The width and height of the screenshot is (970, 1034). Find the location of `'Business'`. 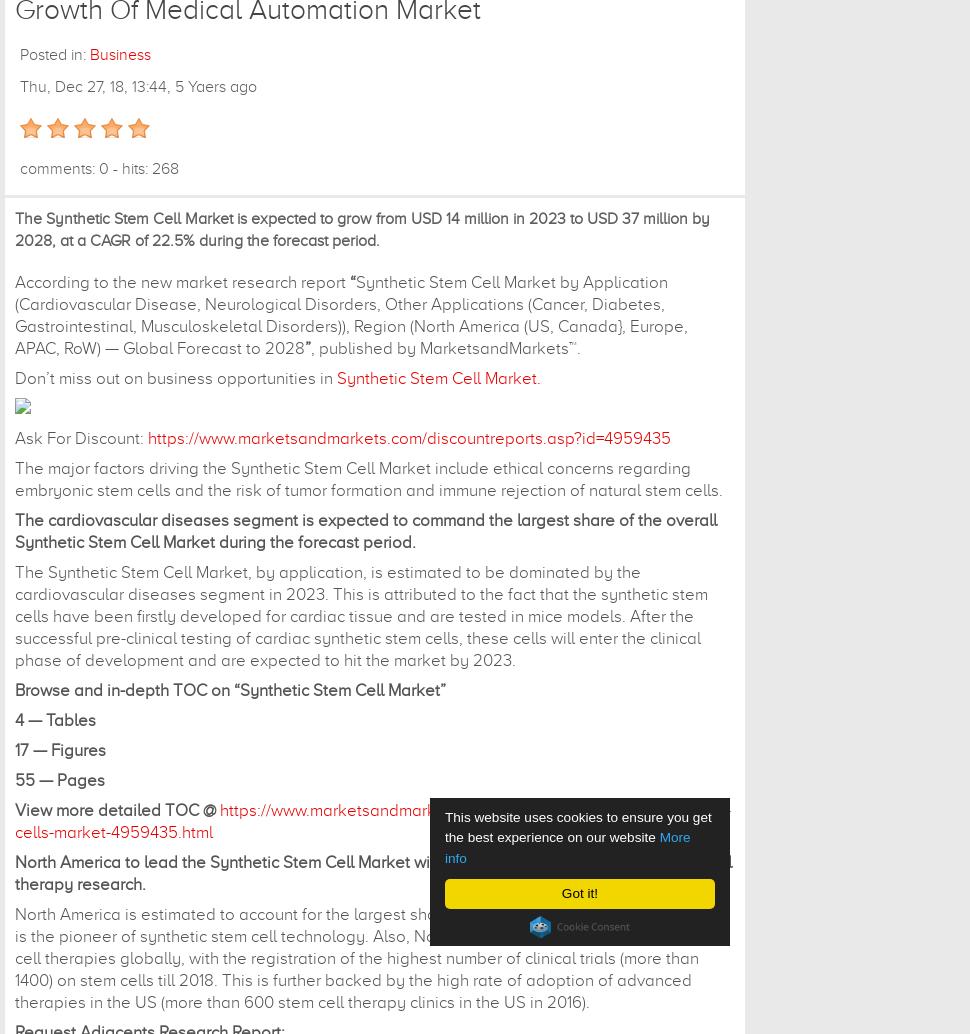

'Business' is located at coordinates (120, 54).